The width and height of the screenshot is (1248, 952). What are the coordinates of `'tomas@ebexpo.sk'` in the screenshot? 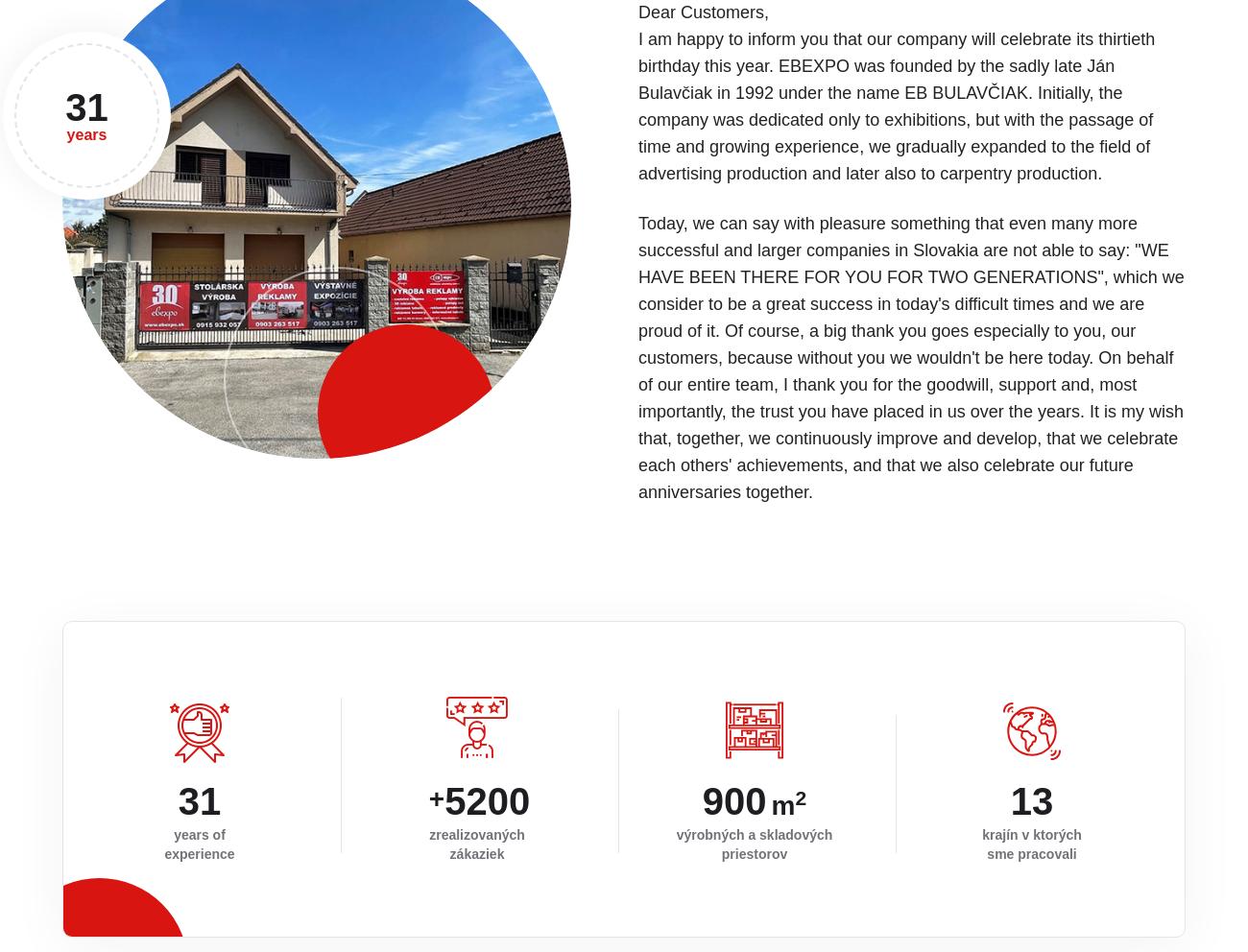 It's located at (576, 849).